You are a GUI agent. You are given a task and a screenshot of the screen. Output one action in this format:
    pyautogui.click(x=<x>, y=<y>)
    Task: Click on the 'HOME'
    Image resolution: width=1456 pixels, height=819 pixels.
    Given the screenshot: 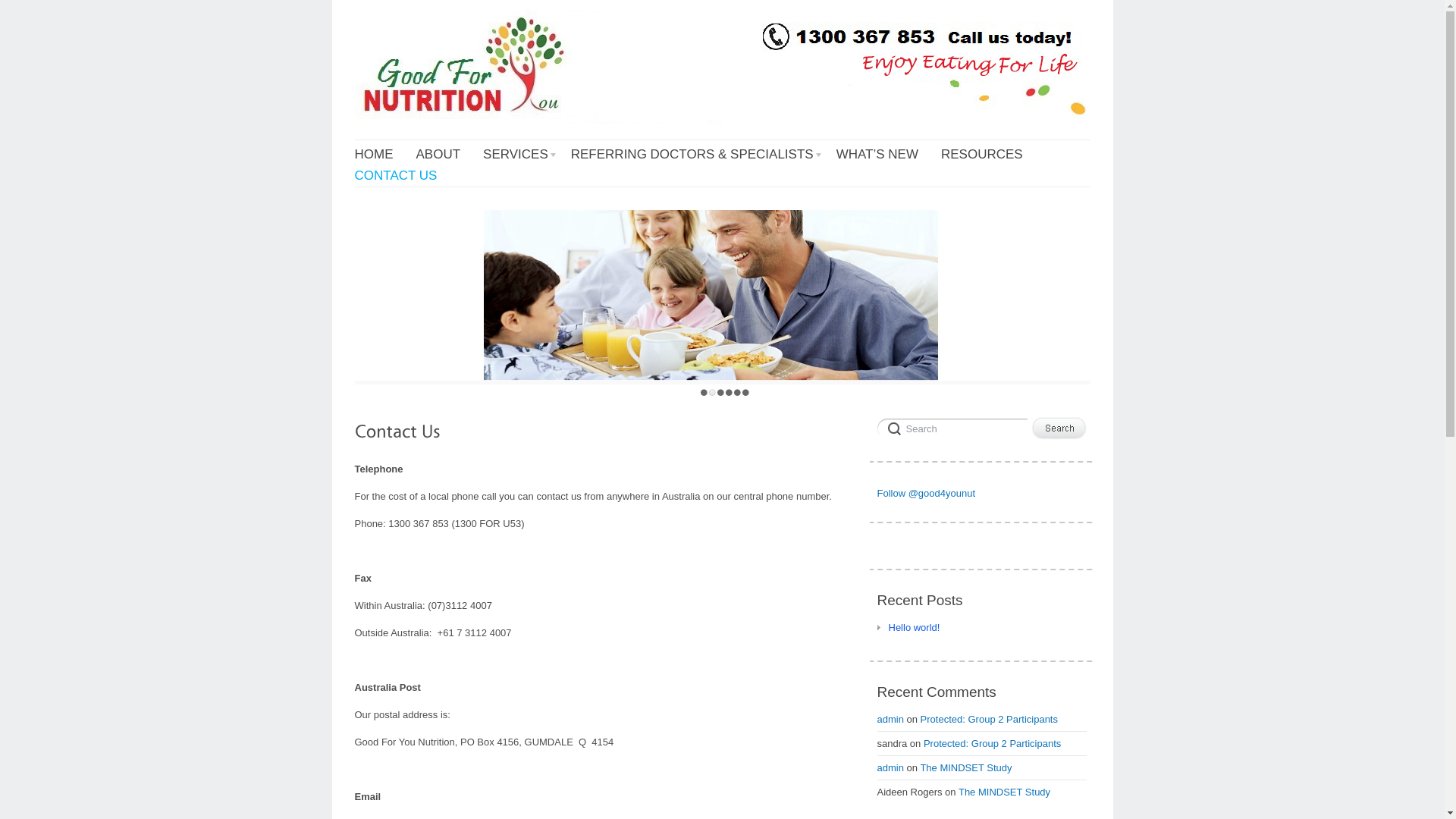 What is the action you would take?
    pyautogui.click(x=353, y=155)
    